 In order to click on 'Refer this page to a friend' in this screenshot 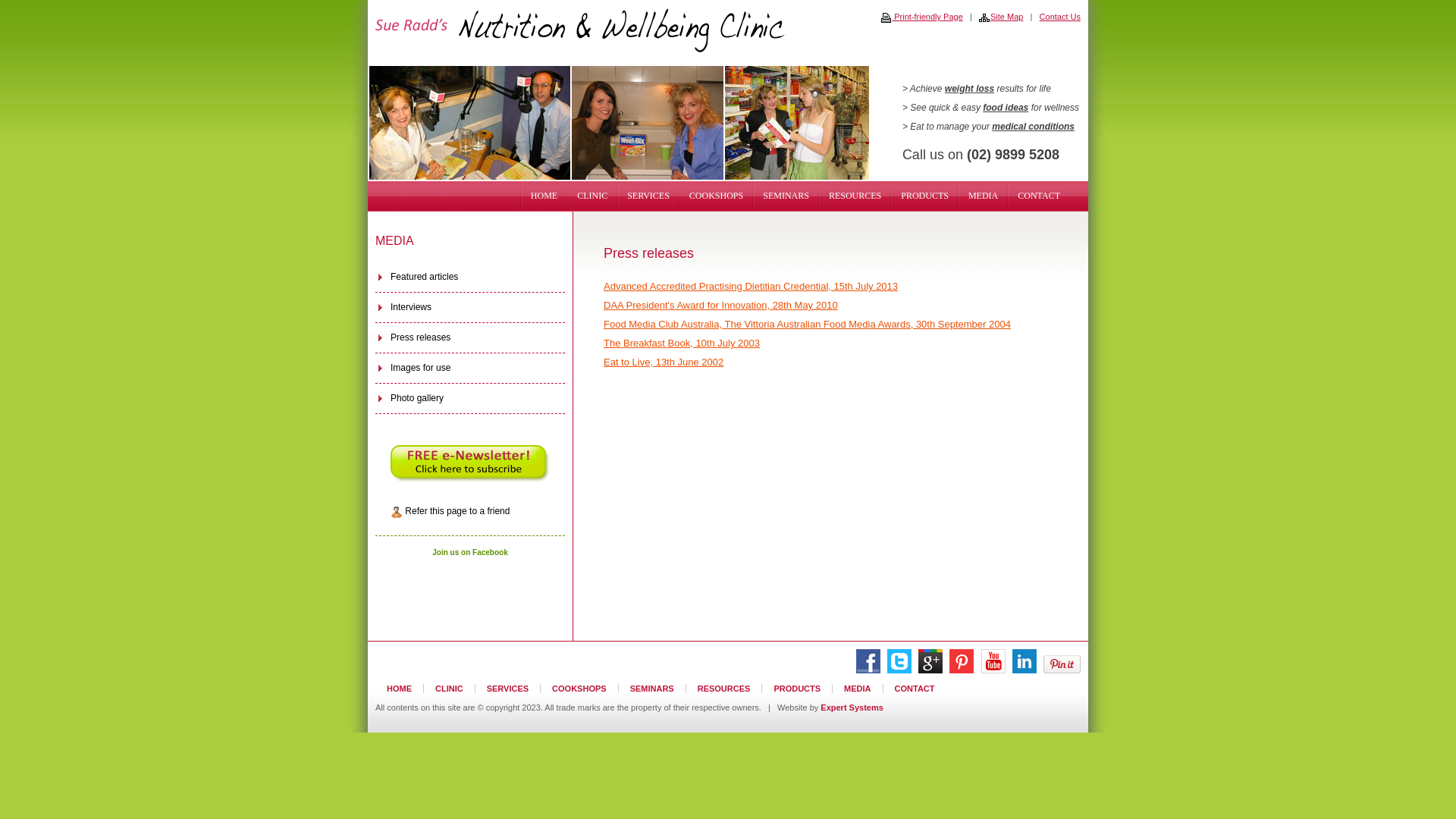, I will do `click(469, 511)`.